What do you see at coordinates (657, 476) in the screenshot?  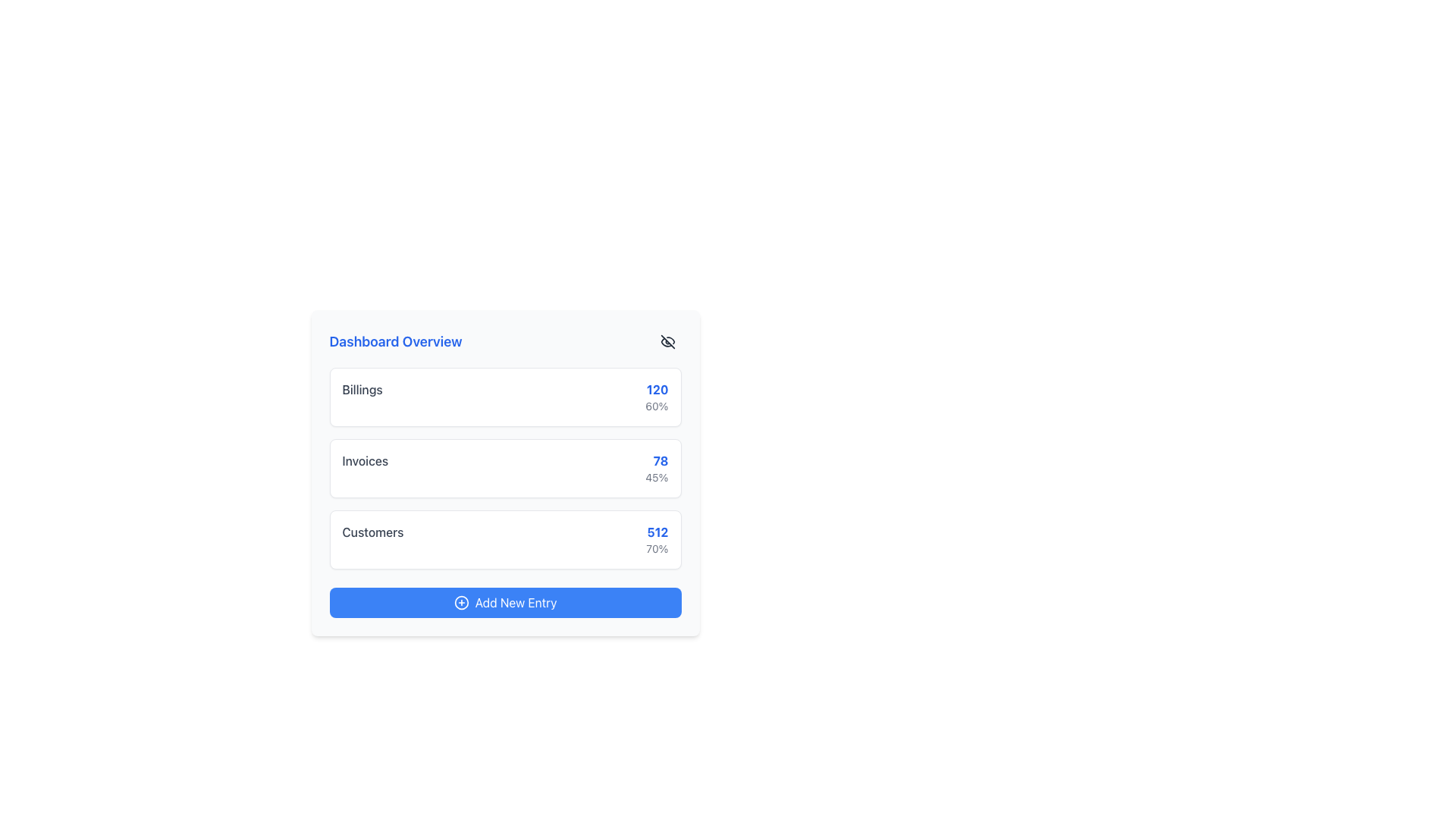 I see `the text label displaying '45%' which is positioned directly below the bold blue number '78' in the Invoices category` at bounding box center [657, 476].